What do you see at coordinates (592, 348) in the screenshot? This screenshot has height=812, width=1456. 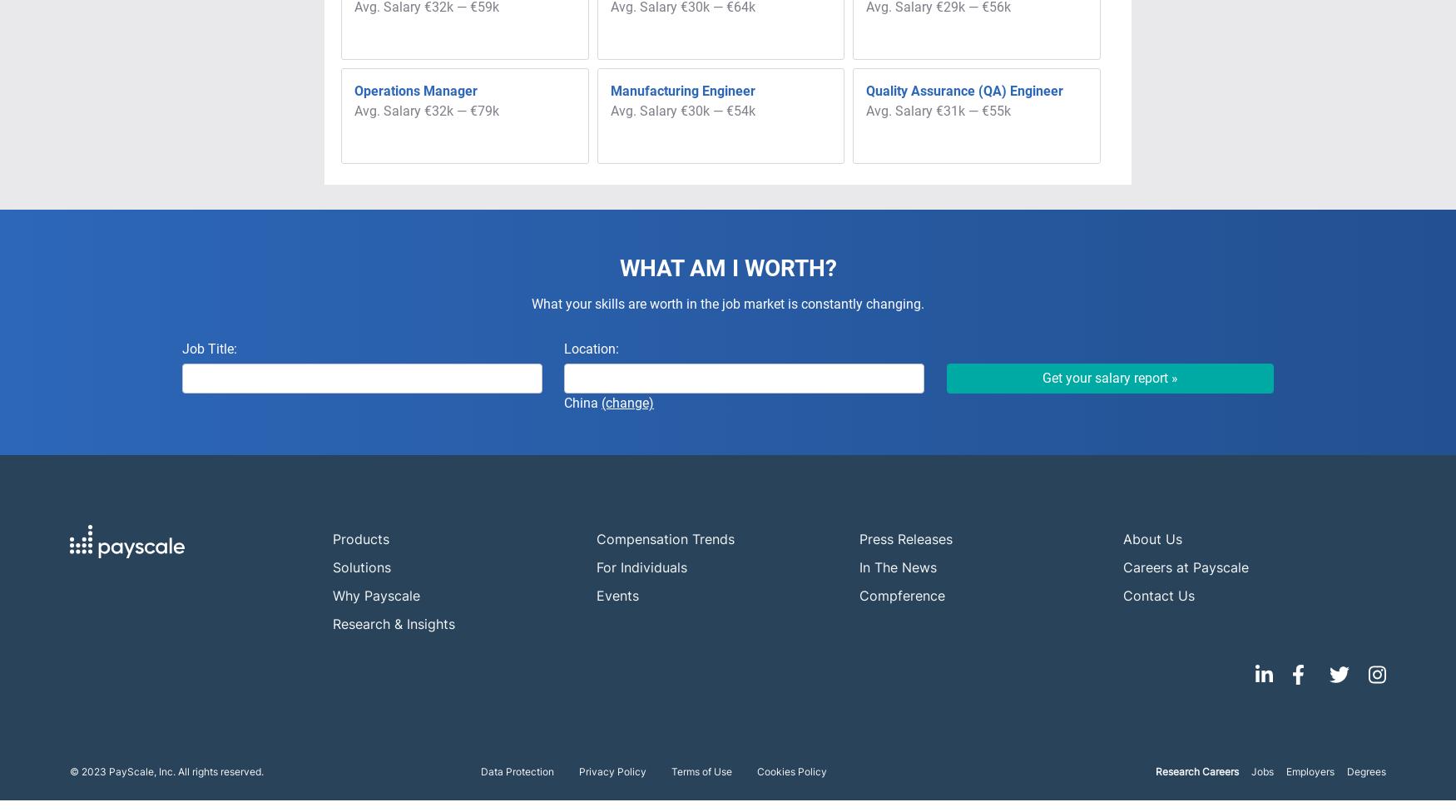 I see `'Location:'` at bounding box center [592, 348].